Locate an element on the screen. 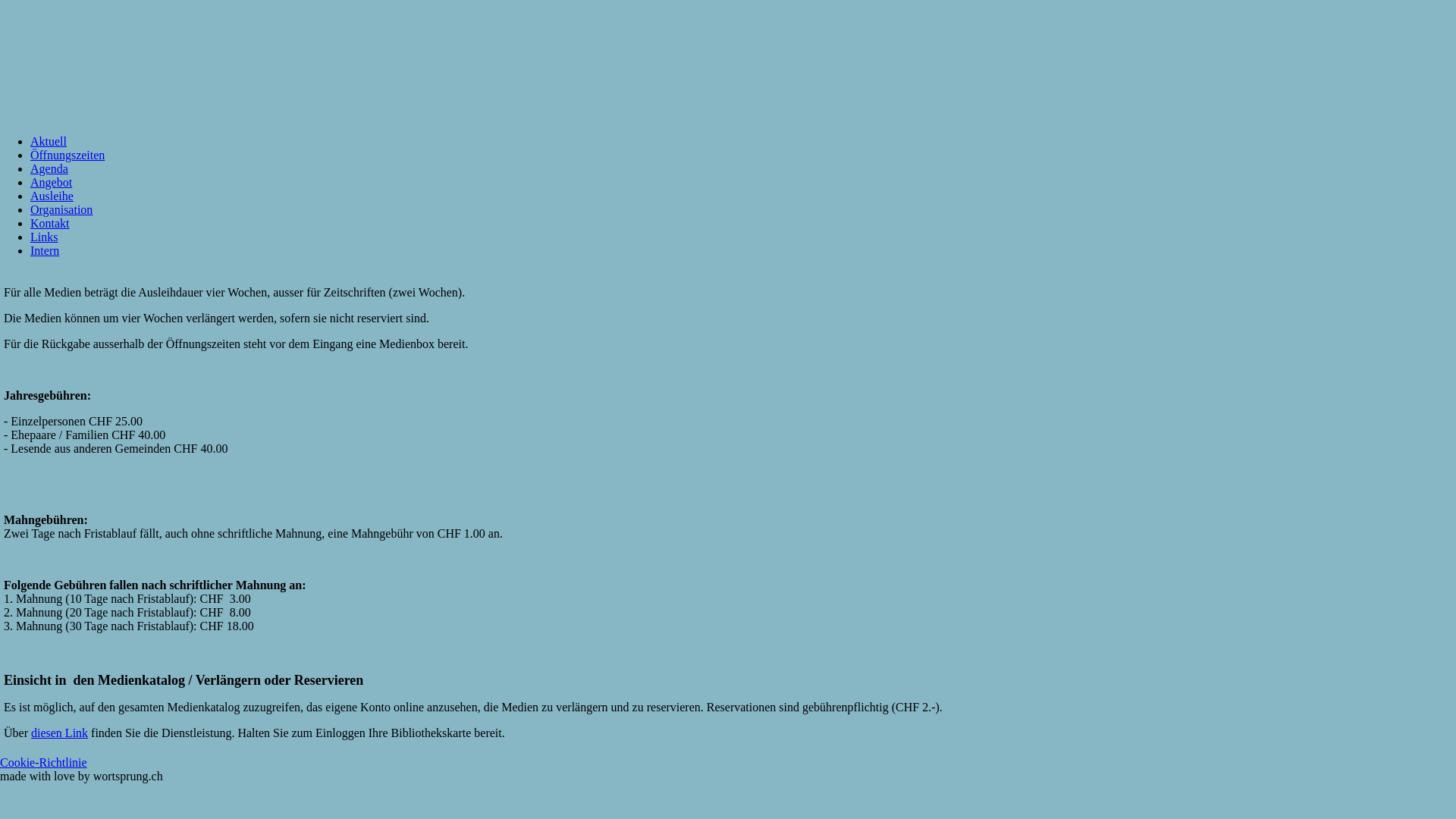 The height and width of the screenshot is (819, 1456). 'Angebot' is located at coordinates (30, 181).